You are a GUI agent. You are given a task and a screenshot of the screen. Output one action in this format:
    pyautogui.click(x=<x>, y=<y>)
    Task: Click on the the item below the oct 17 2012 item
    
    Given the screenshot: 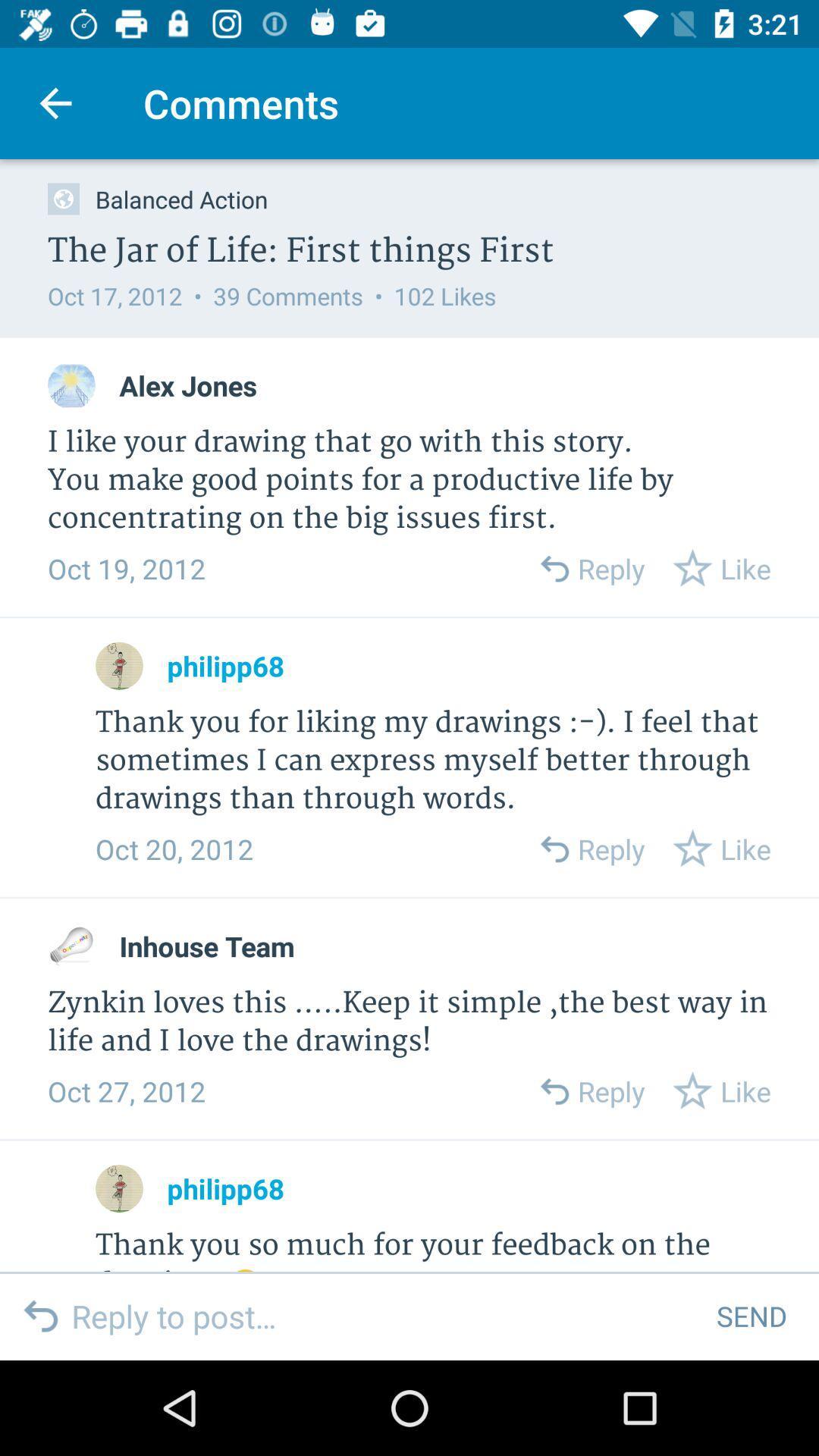 What is the action you would take?
    pyautogui.click(x=187, y=385)
    